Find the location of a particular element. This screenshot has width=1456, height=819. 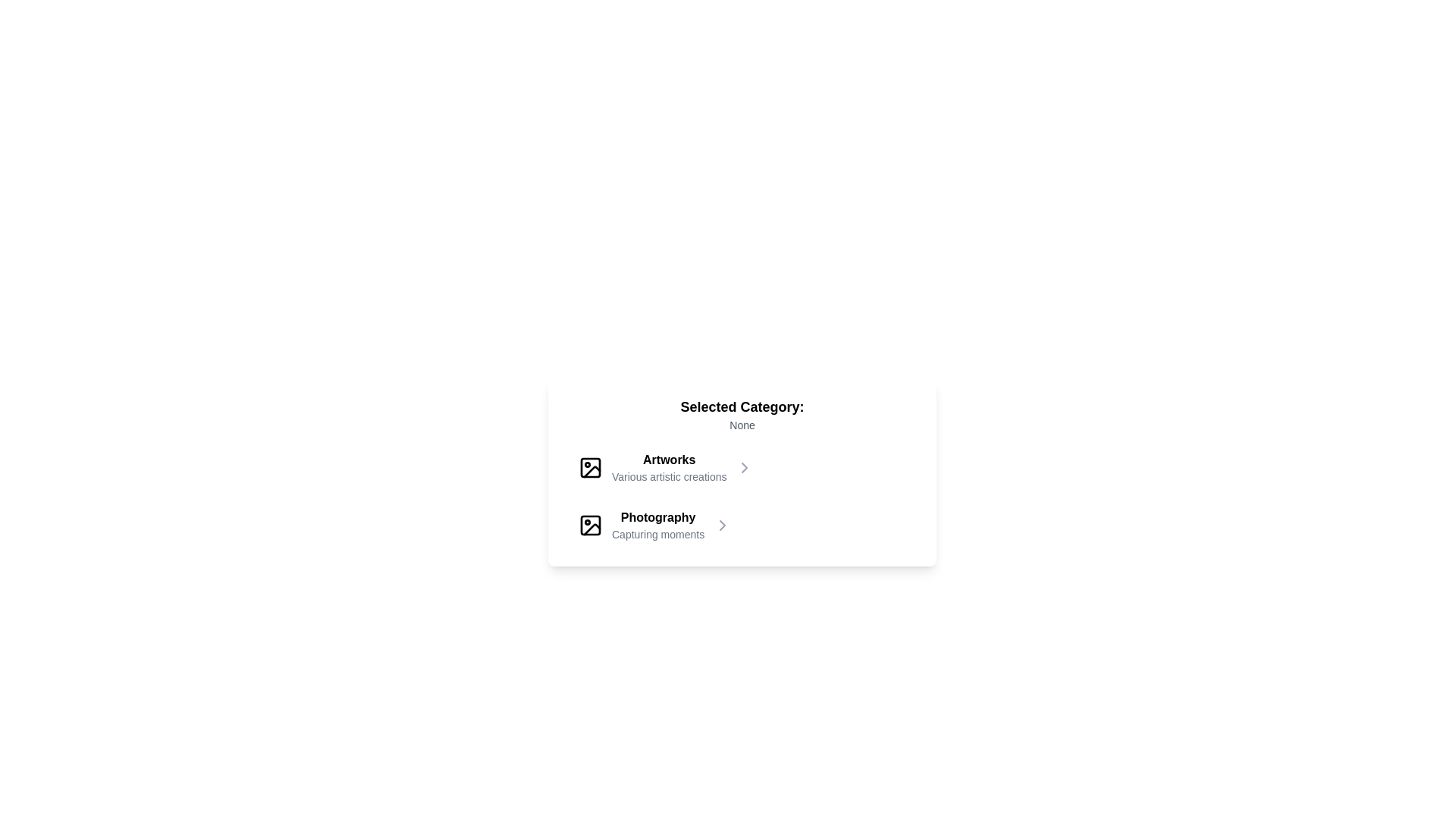

the center area of the 'Photography' category text label is located at coordinates (658, 525).